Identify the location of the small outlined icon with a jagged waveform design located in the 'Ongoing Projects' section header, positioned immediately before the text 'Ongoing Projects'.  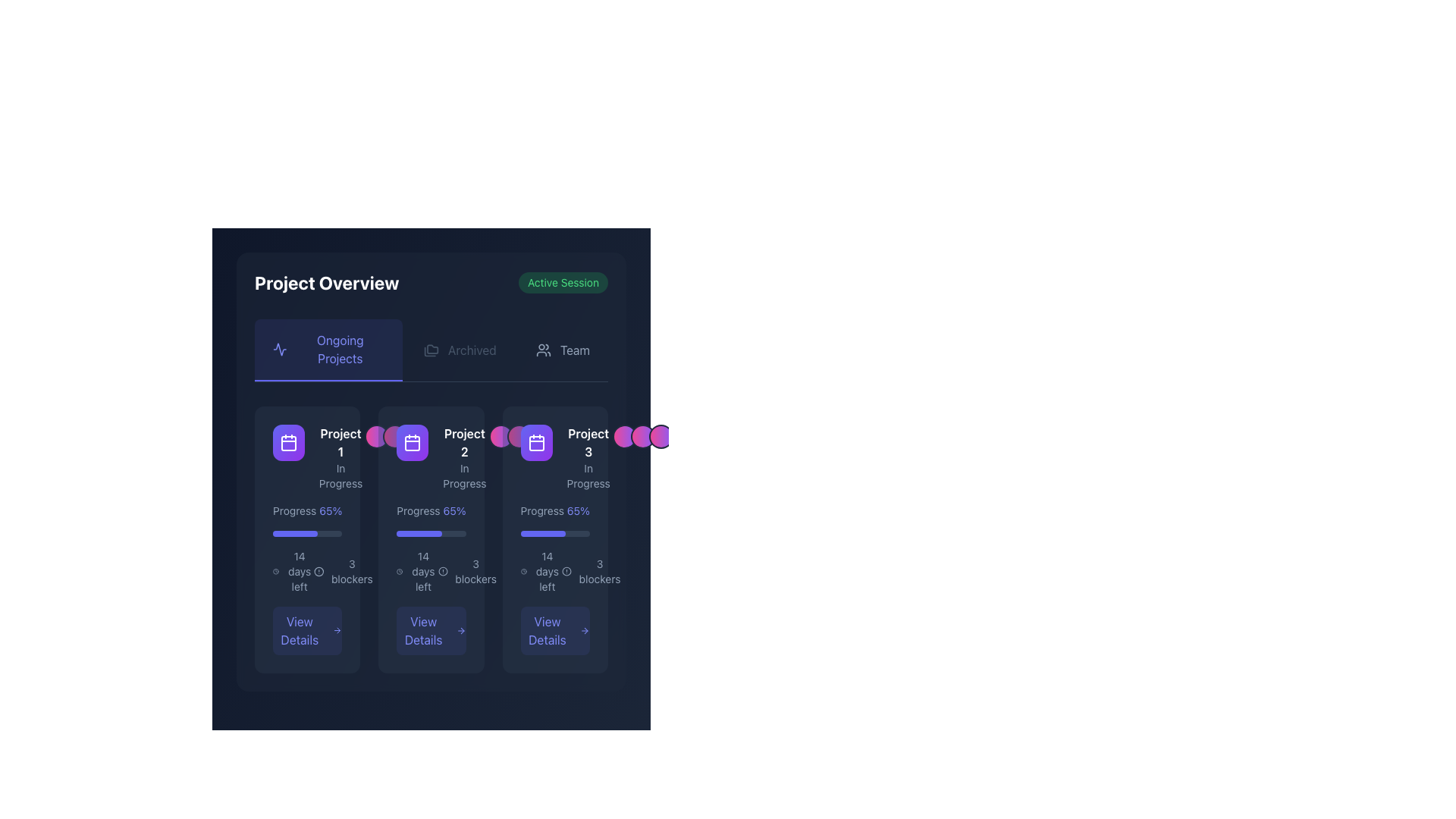
(280, 350).